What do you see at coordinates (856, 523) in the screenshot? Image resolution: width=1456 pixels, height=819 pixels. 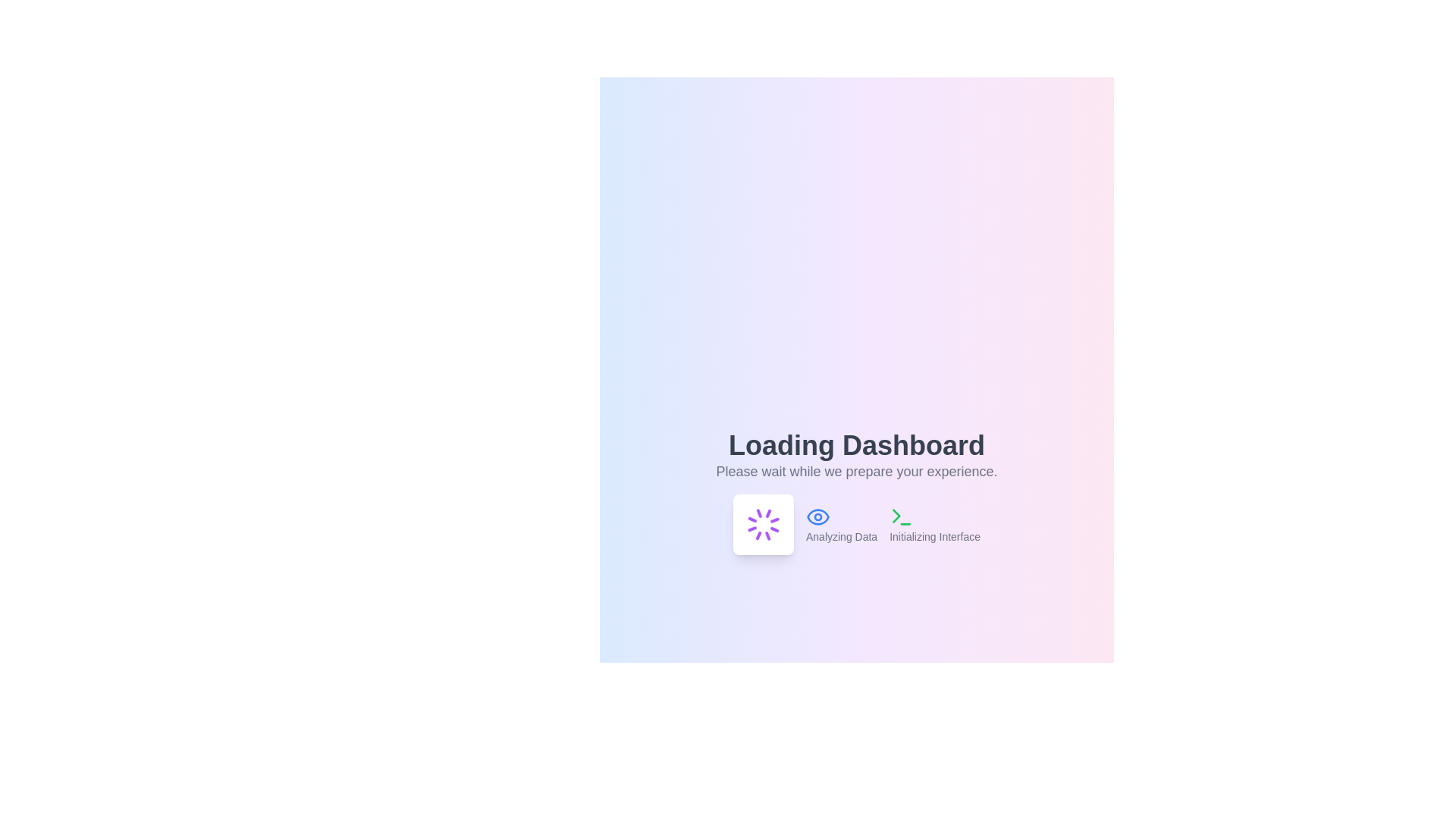 I see `the status reporting area that displays 'Analyzing Data' and 'Initializing Interface' with accompanying icons, located centrally below the 'Loading Dashboard' header` at bounding box center [856, 523].